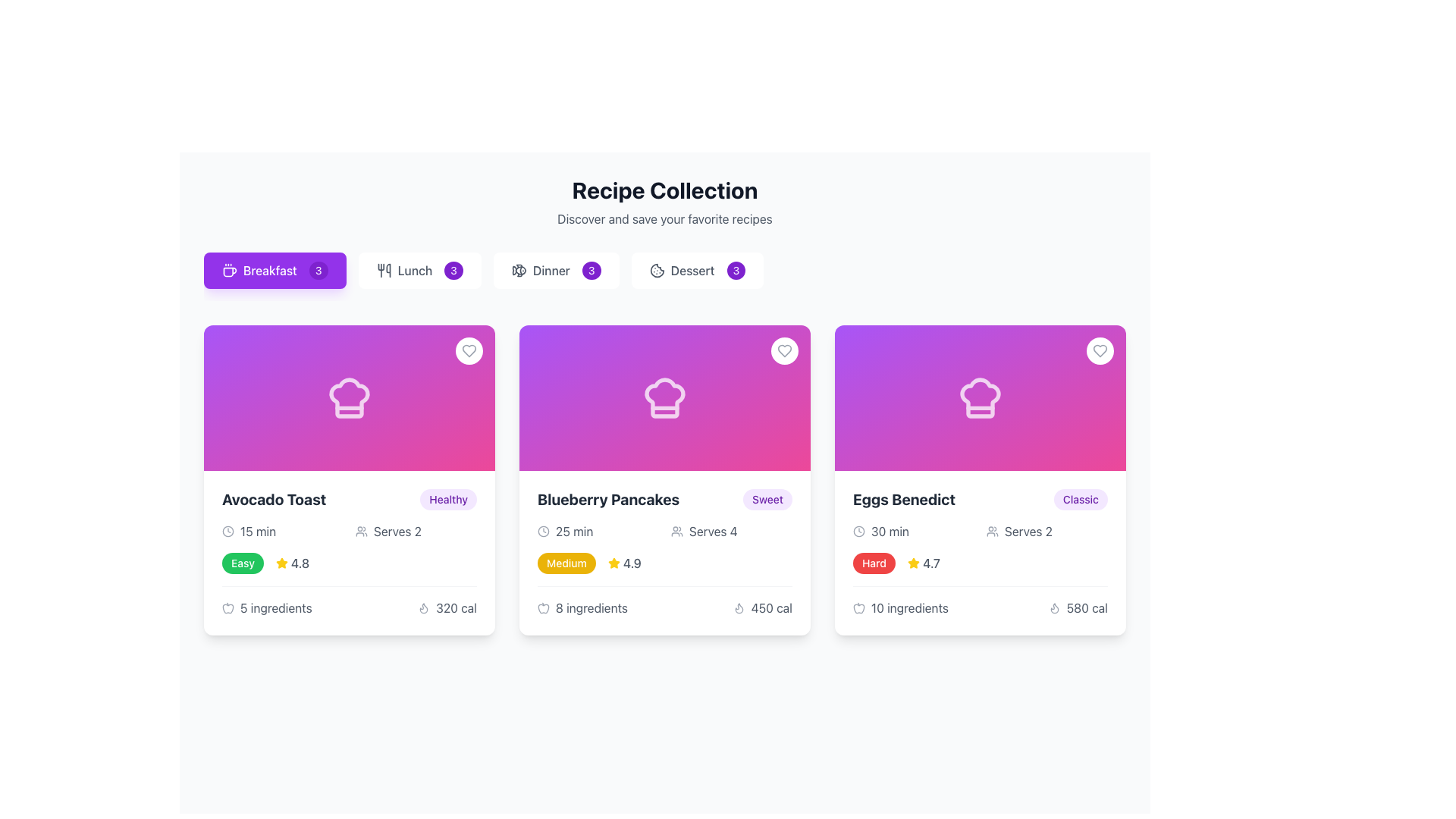  I want to click on text label displaying the value '4.8' which is located below the main card title 'Avocado Toast' and to the right of a yellow star icon in the rating section, so click(300, 563).